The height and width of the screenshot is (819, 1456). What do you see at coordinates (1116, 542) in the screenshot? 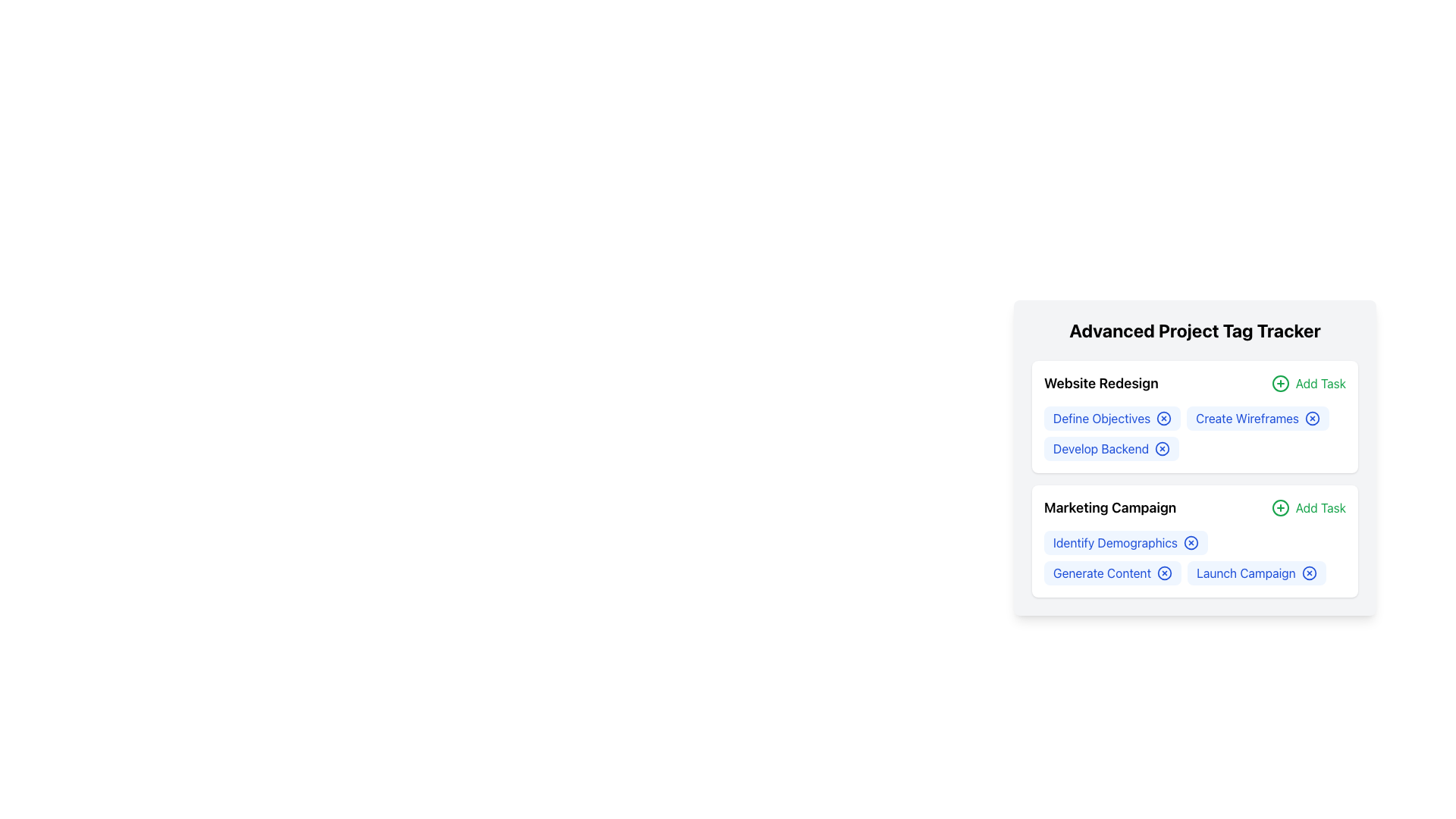
I see `the 'Identify Demographics' label element, which is styled with blue text on a light blue background and is the first item in the 'Marketing Campaign' group` at bounding box center [1116, 542].